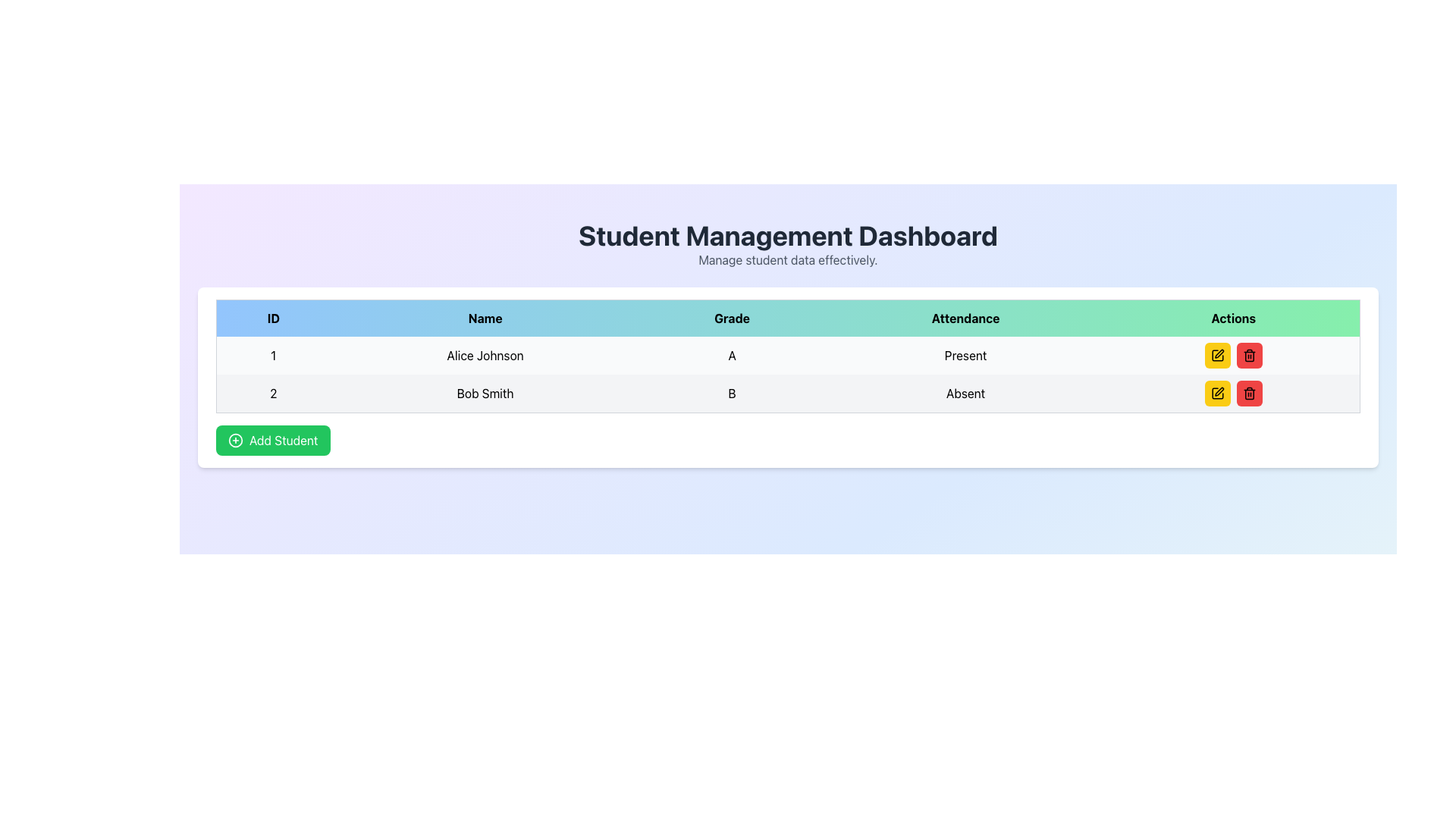 Image resolution: width=1456 pixels, height=819 pixels. What do you see at coordinates (788, 259) in the screenshot?
I see `the text element displaying 'Manage student data effectively.' which is styled in gray and located below the 'Student Management Dashboard' title` at bounding box center [788, 259].